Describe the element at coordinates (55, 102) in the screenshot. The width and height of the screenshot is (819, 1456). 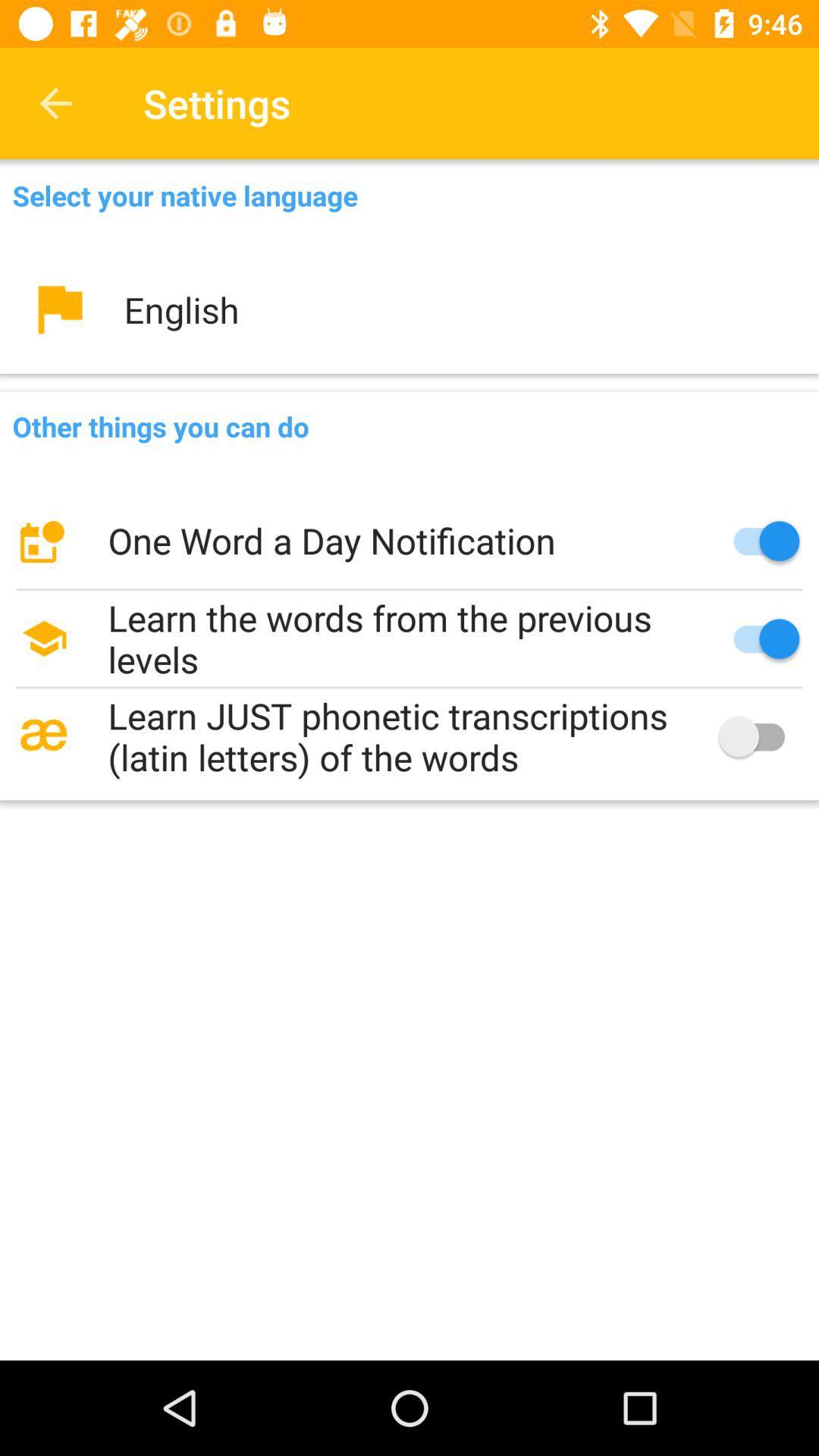
I see `icon next to the settings item` at that location.